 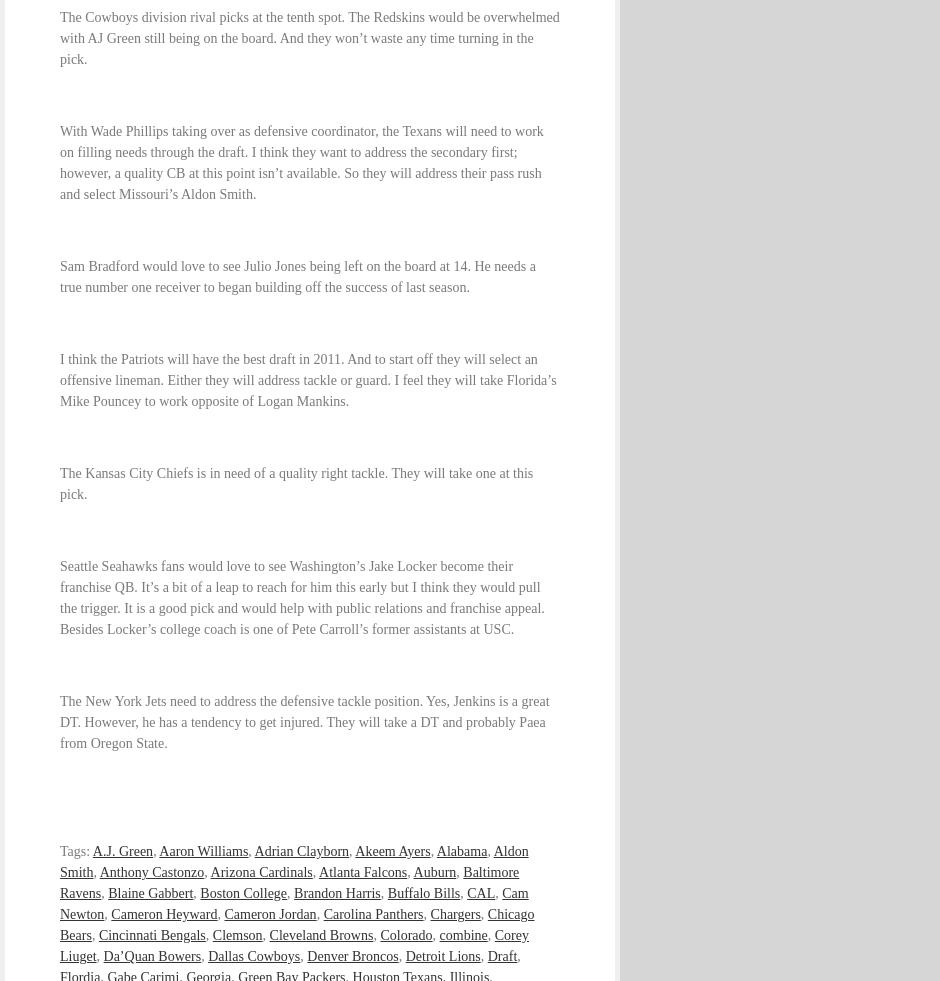 I want to click on 'Cameron Heyward', so click(x=164, y=914).